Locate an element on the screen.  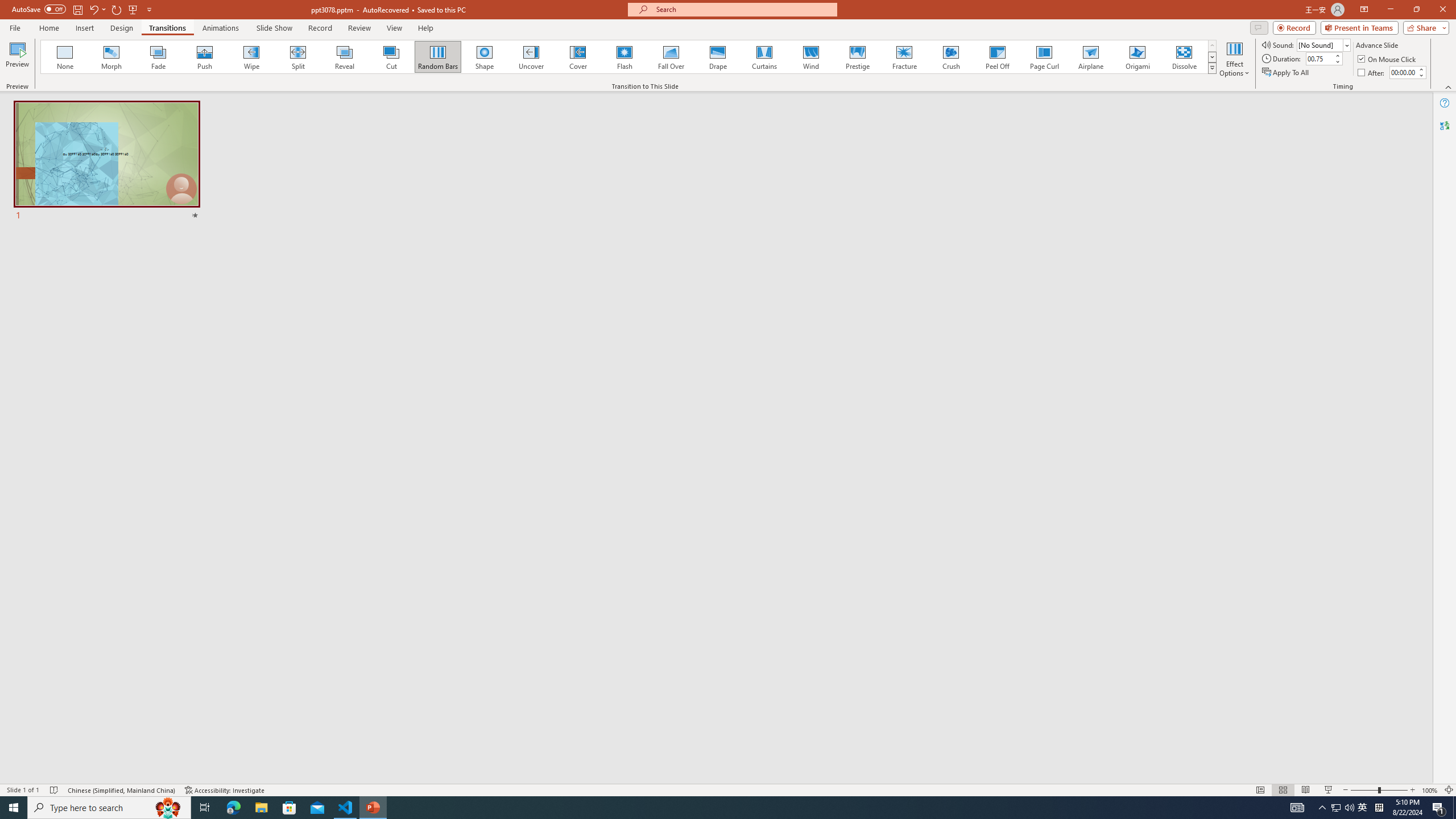
'Origami' is located at coordinates (1136, 56).